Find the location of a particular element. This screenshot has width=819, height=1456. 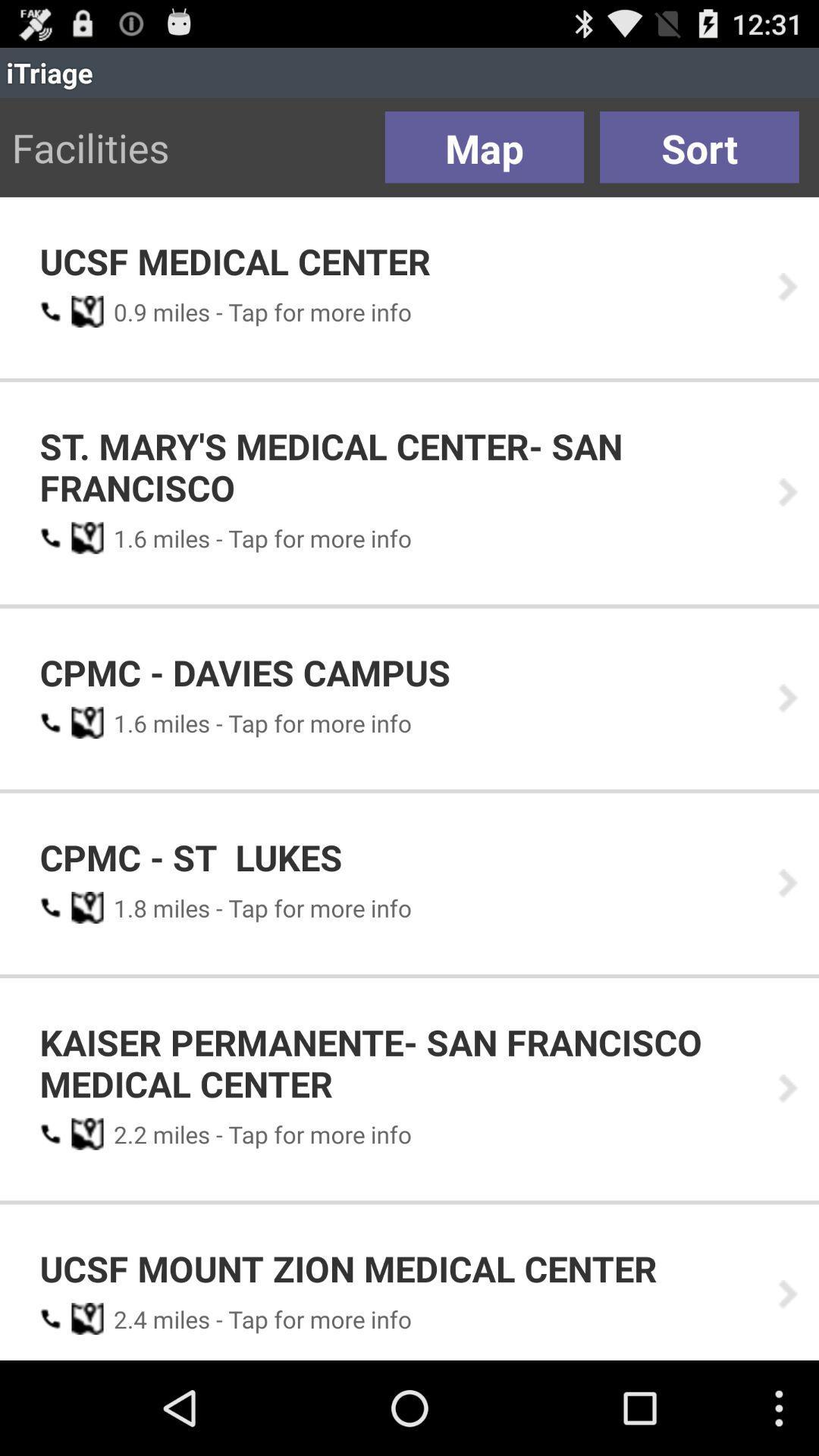

app to the left of the miles tap for app is located at coordinates (124, 311).